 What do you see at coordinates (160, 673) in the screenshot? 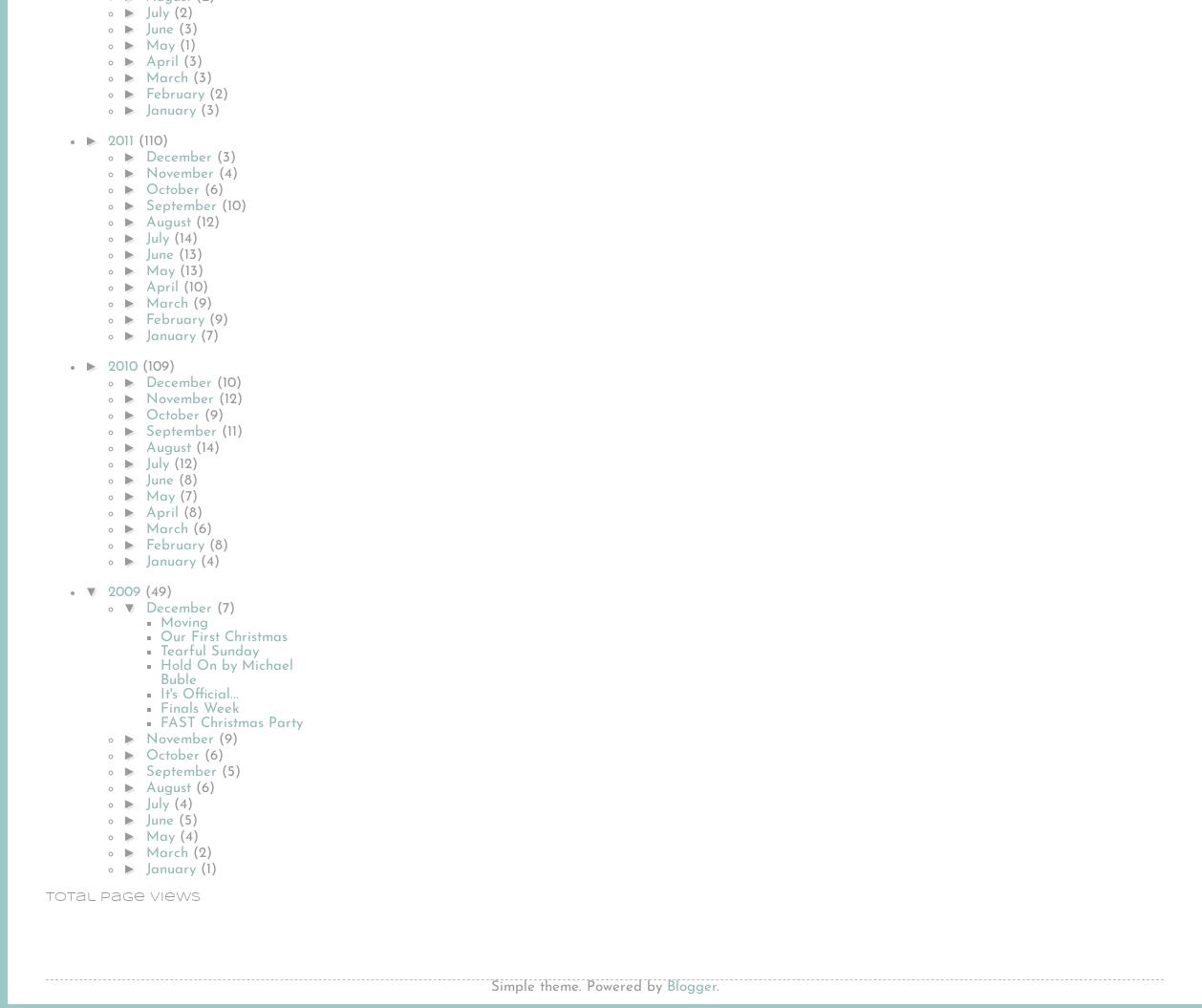
I see `'Hold On by Michael Buble'` at bounding box center [160, 673].